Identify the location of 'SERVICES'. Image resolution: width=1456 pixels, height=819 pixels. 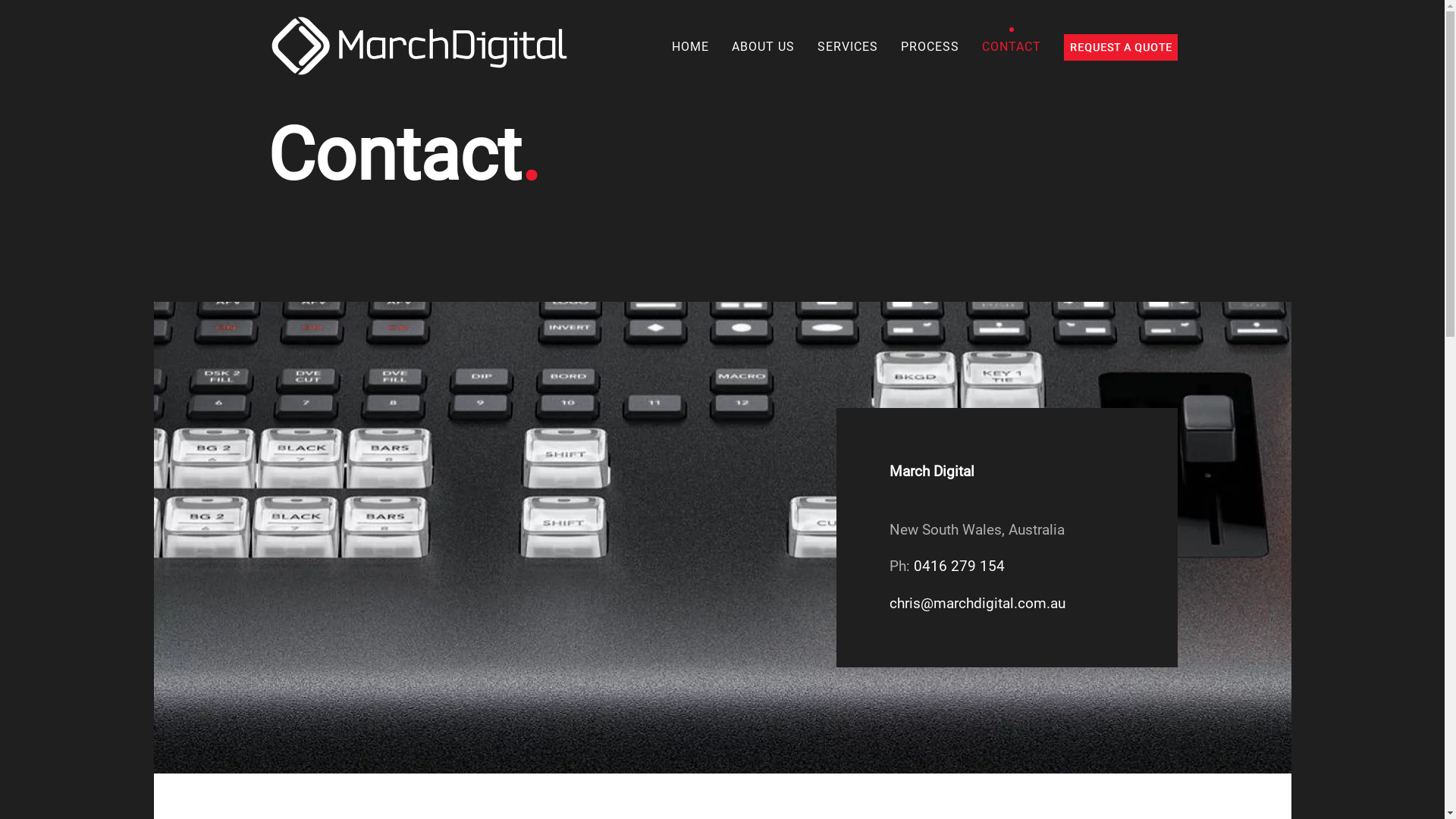
(846, 45).